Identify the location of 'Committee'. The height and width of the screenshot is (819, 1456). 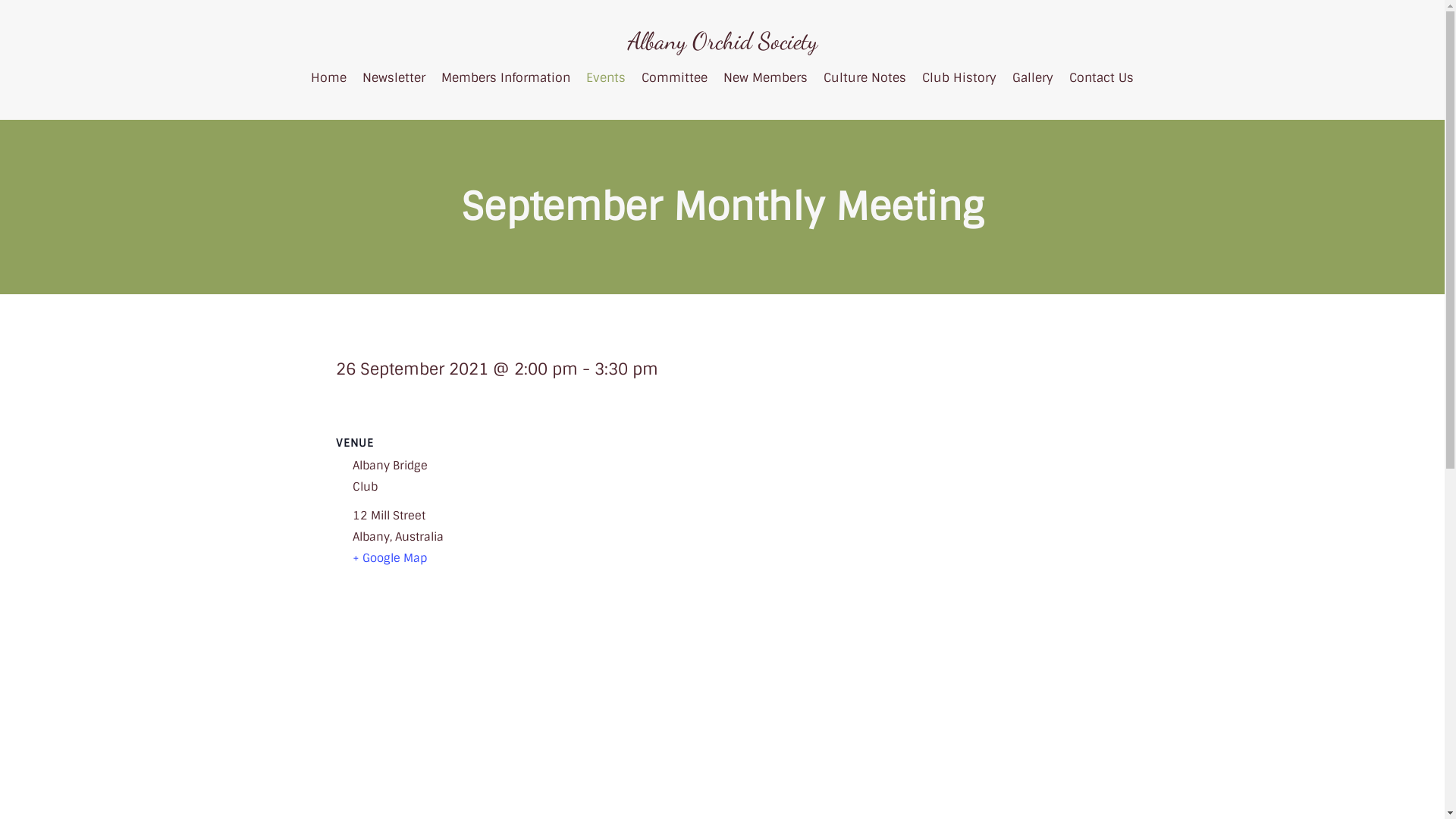
(673, 76).